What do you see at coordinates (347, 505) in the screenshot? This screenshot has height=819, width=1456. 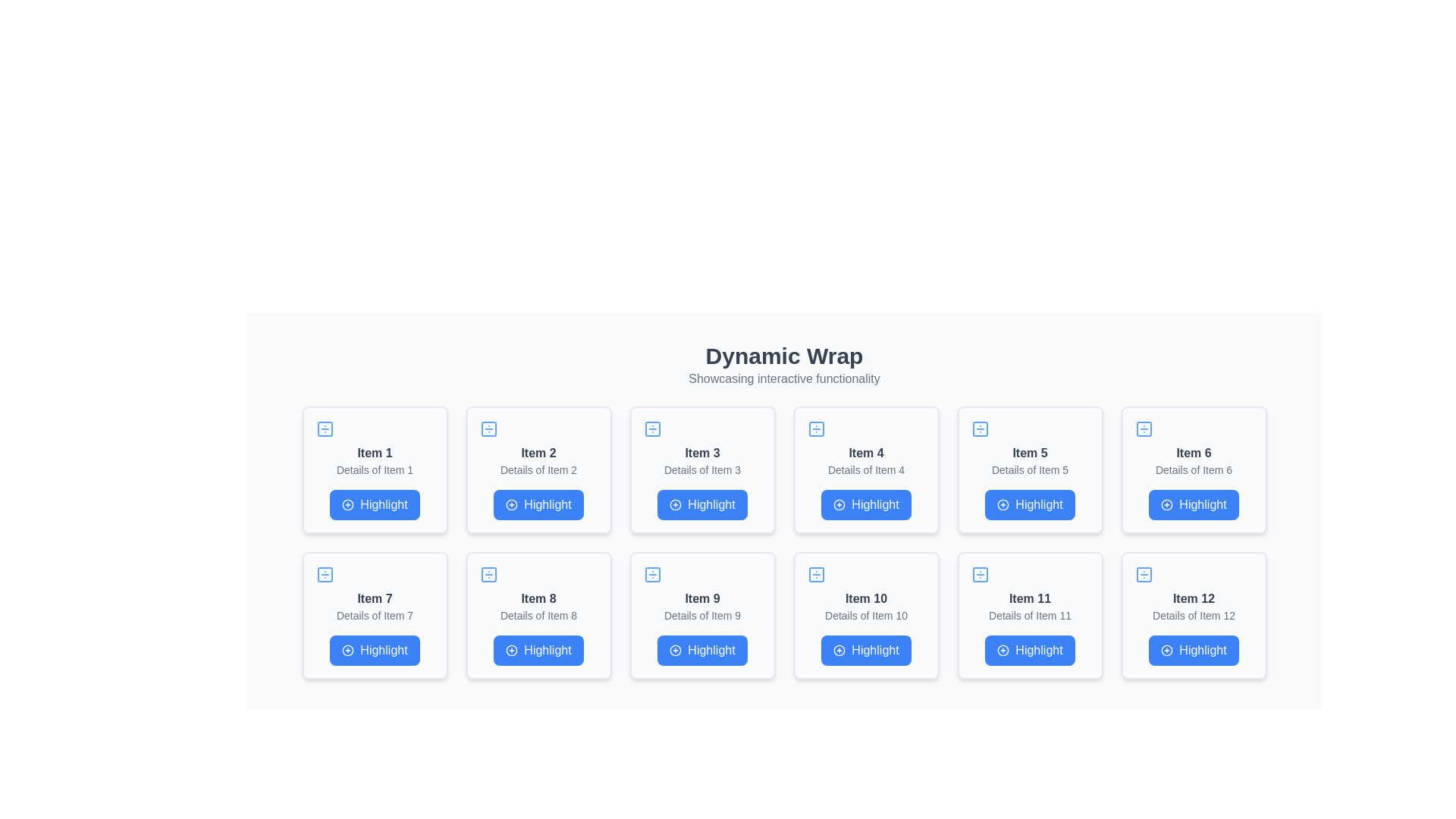 I see `the 'Highlight' icon located within the button in the first row and first column of the grid under 'Item 1' to interact with it` at bounding box center [347, 505].